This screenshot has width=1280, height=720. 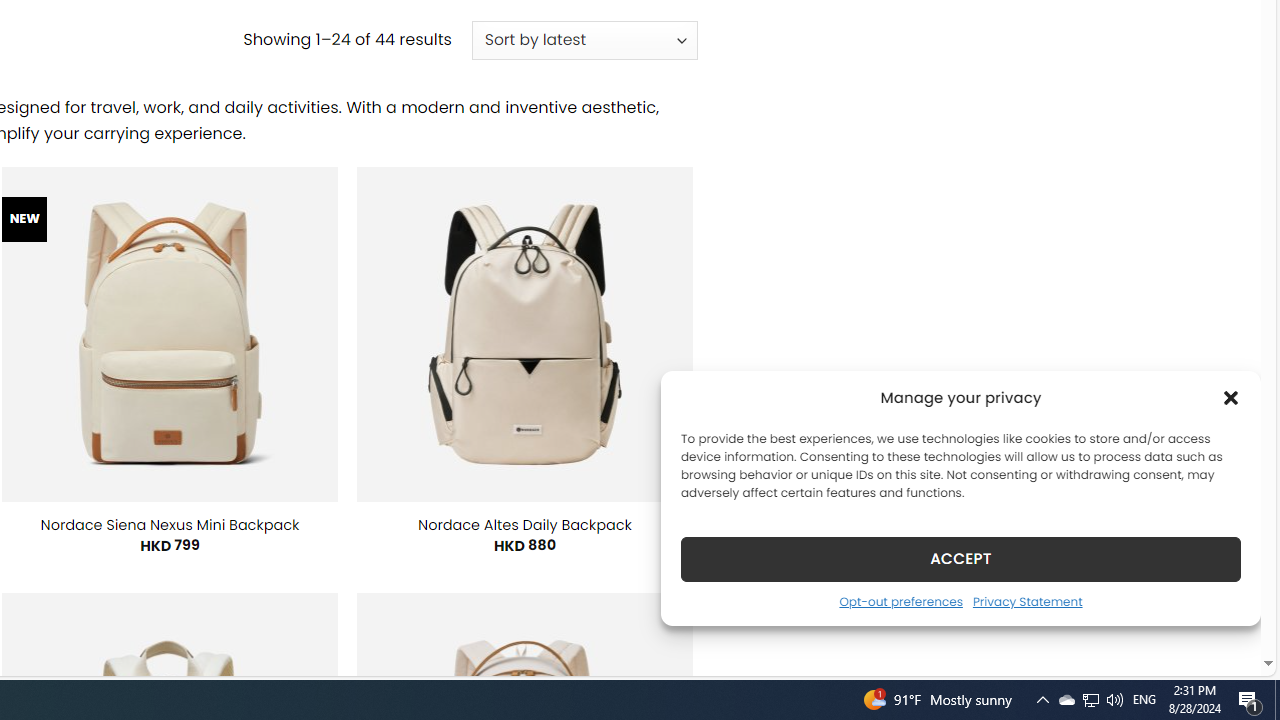 What do you see at coordinates (1230, 397) in the screenshot?
I see `'Class: cmplz-close'` at bounding box center [1230, 397].